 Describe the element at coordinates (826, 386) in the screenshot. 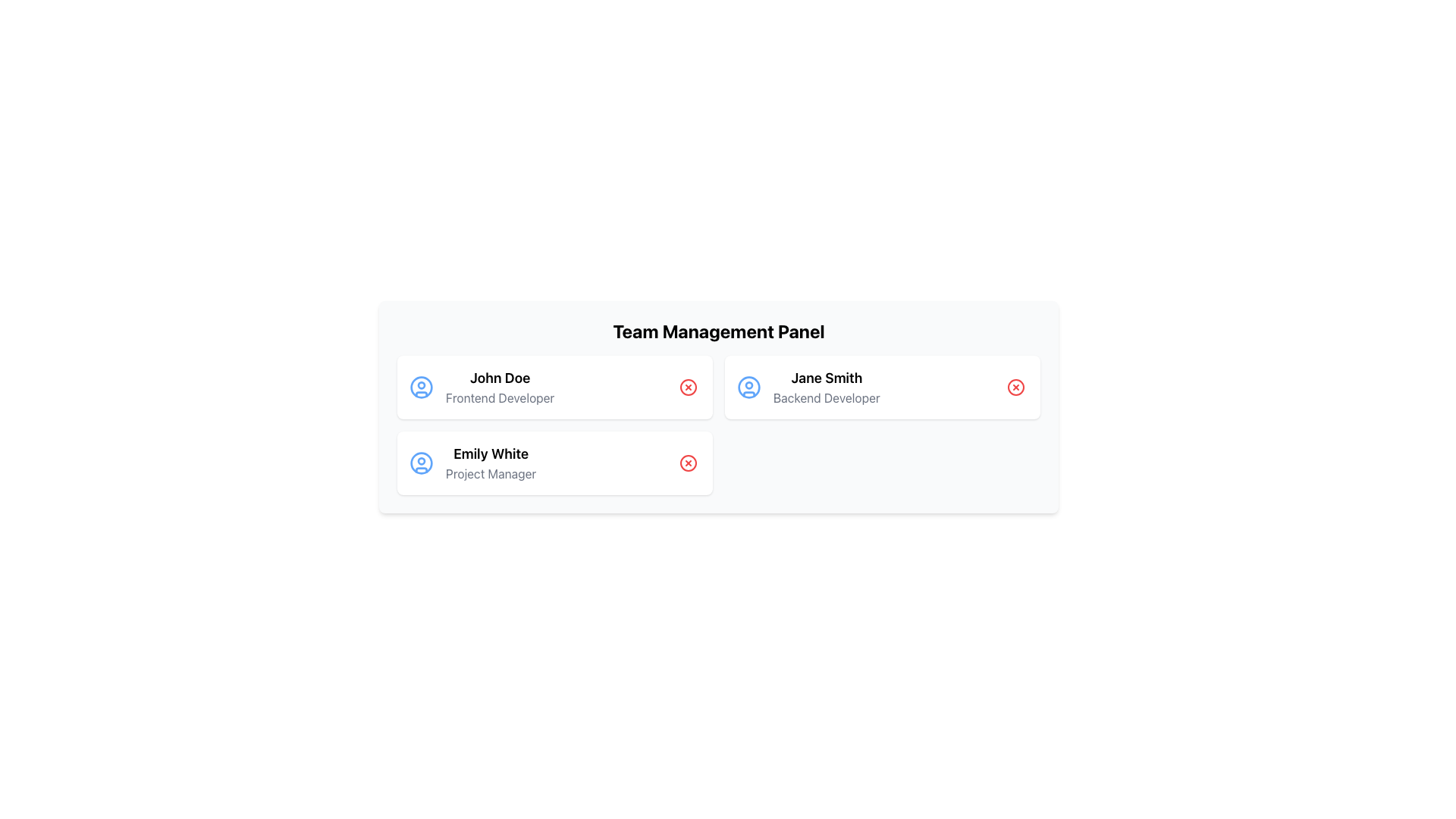

I see `the text label displaying the name and title of a team member` at that location.